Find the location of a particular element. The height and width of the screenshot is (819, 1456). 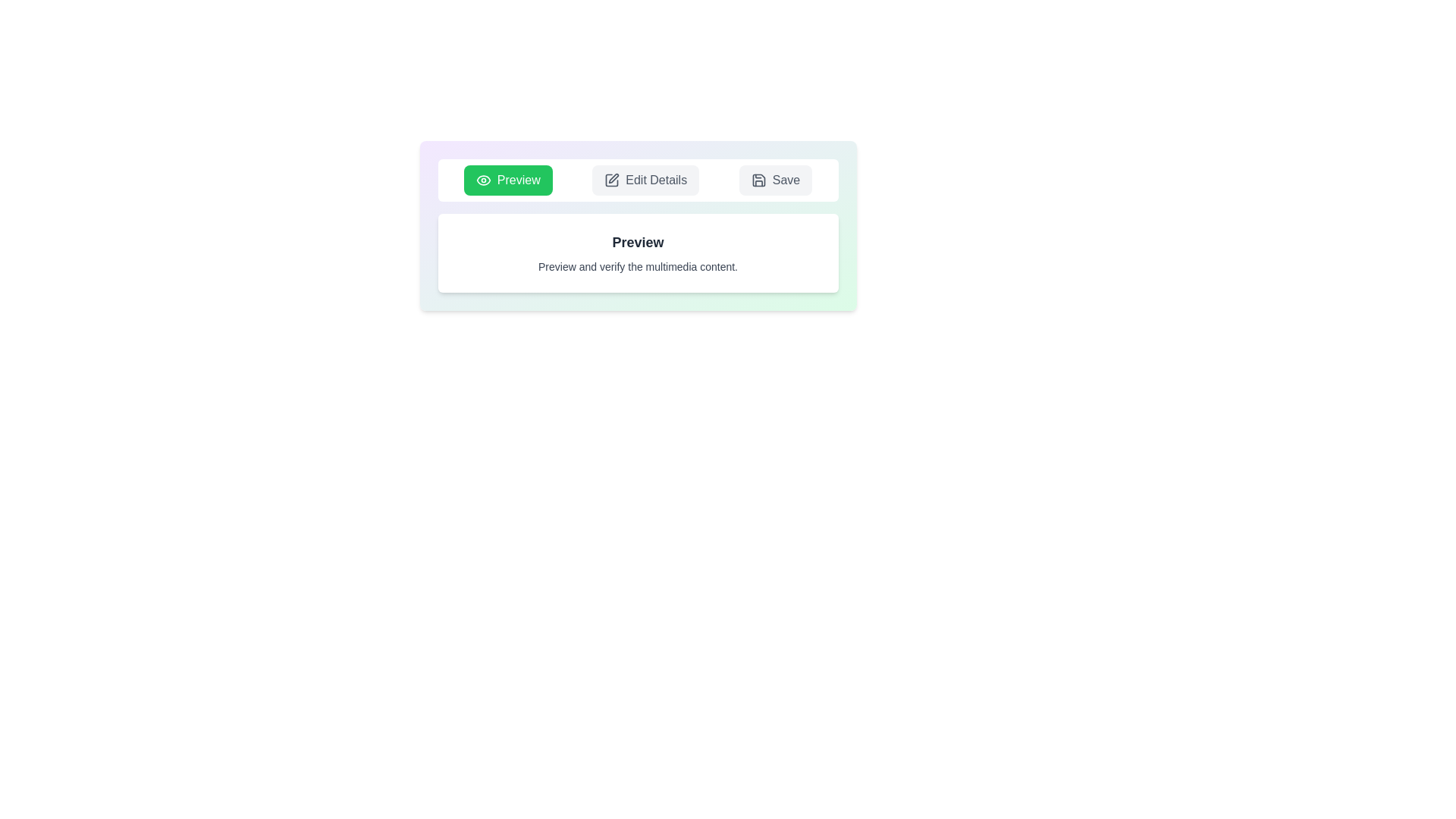

the tab named Preview to select its text is located at coordinates (508, 180).